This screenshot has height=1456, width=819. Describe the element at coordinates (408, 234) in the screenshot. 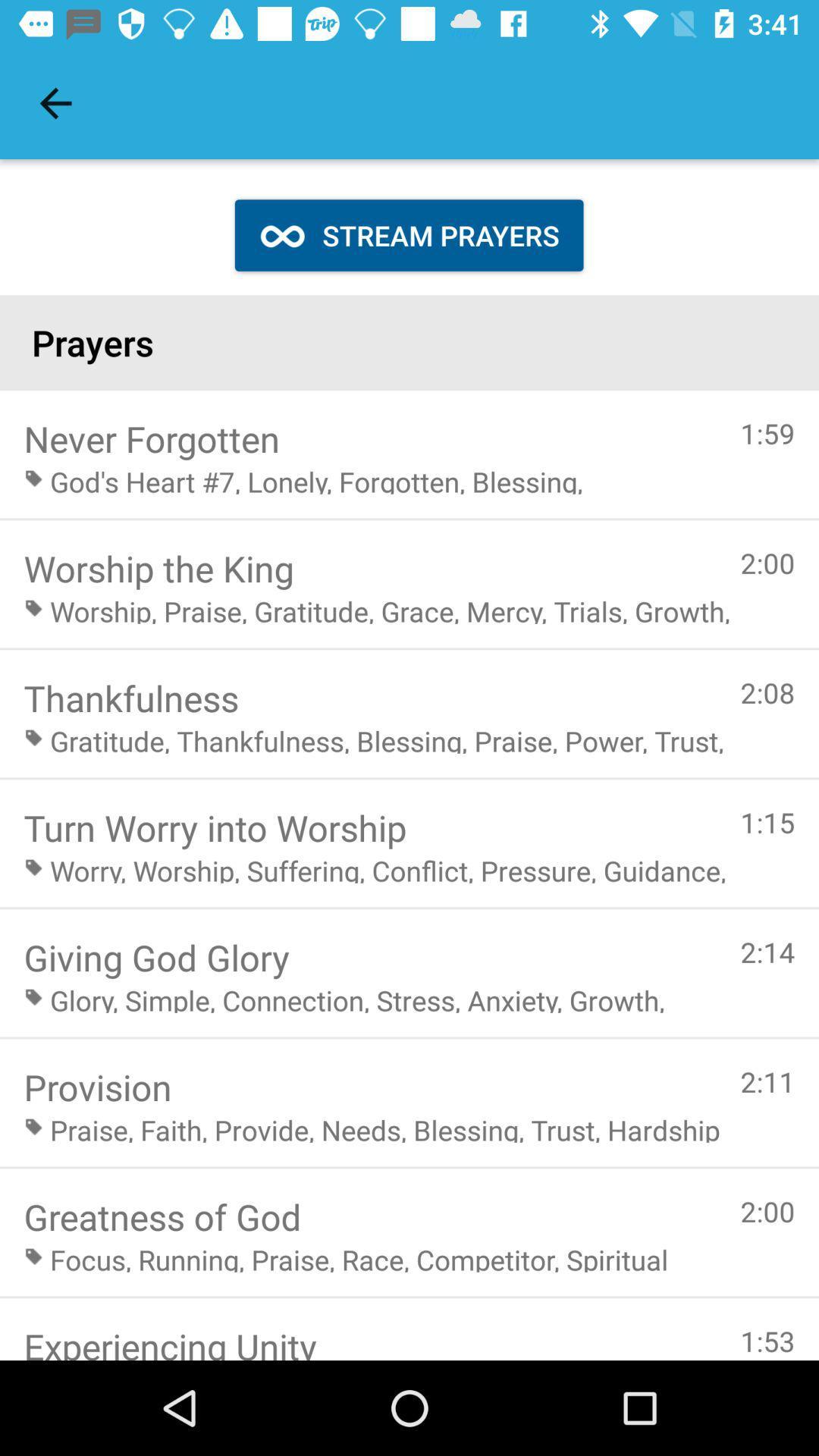

I see `the stream prayers item` at that location.